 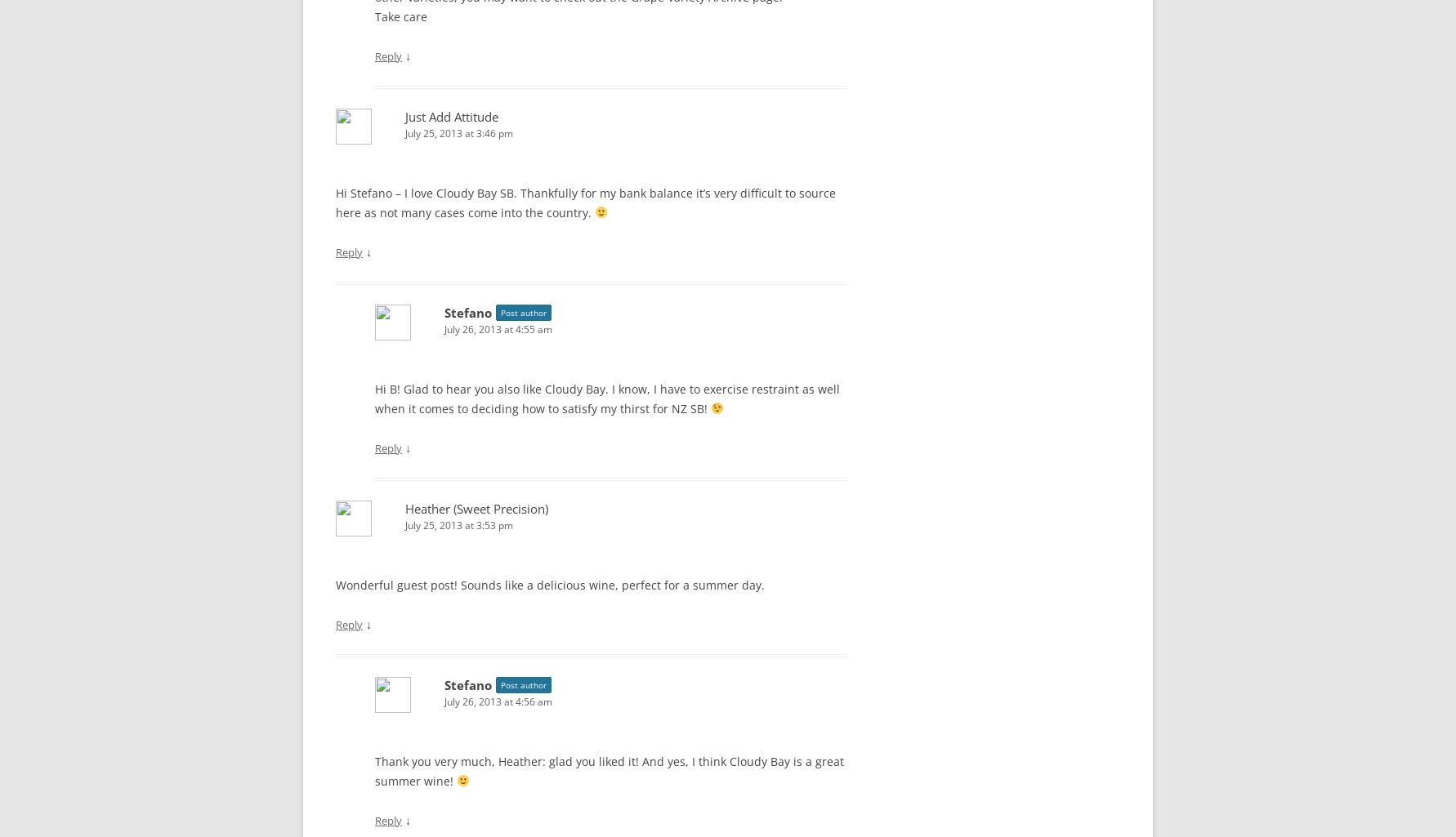 What do you see at coordinates (400, 16) in the screenshot?
I see `'Take care'` at bounding box center [400, 16].